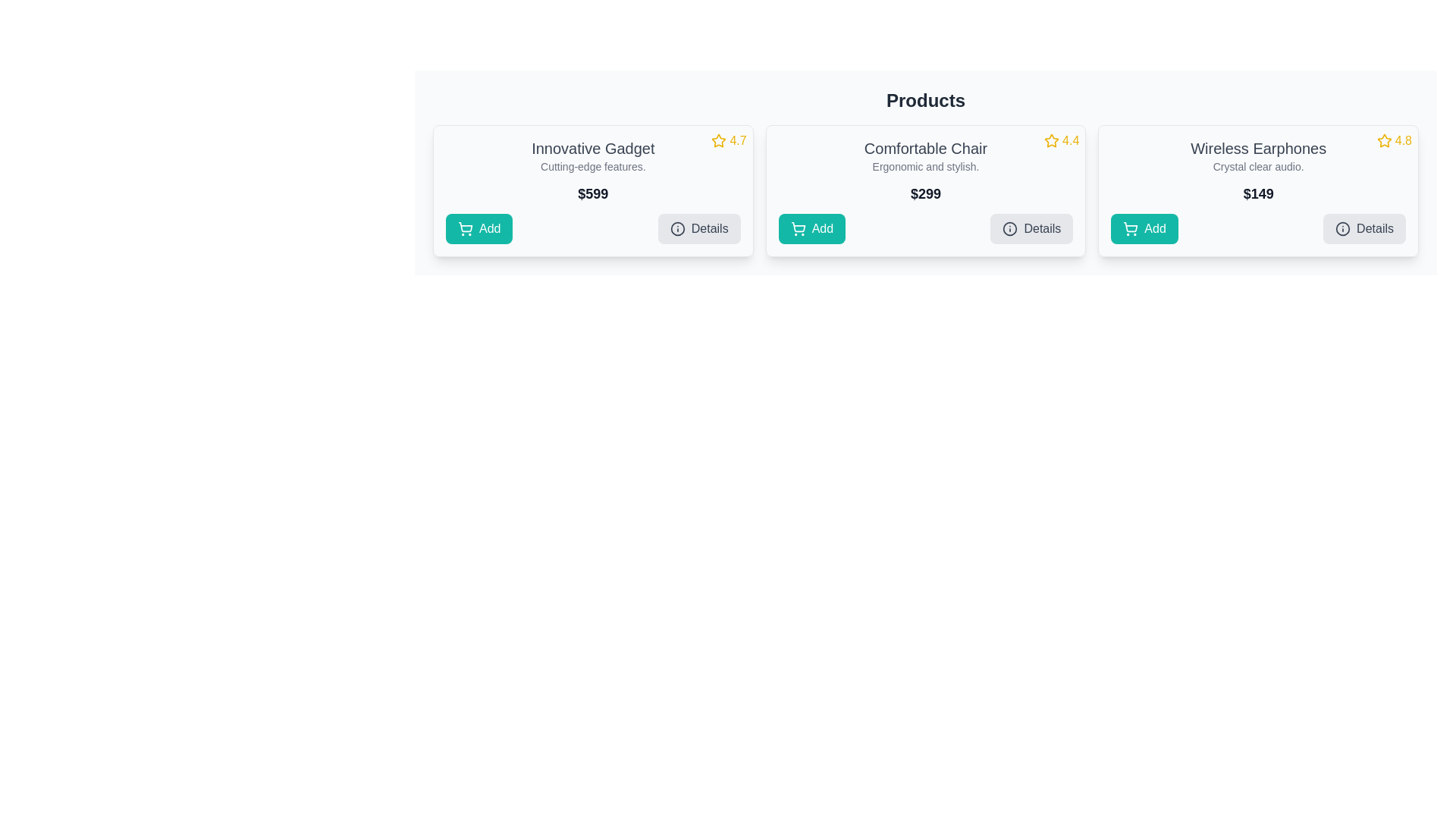 The image size is (1456, 819). What do you see at coordinates (1258, 166) in the screenshot?
I see `the text label displaying 'Crystal clear audio.' which is styled with smaller gray font and located below the heading 'Wireless Earphones'` at bounding box center [1258, 166].